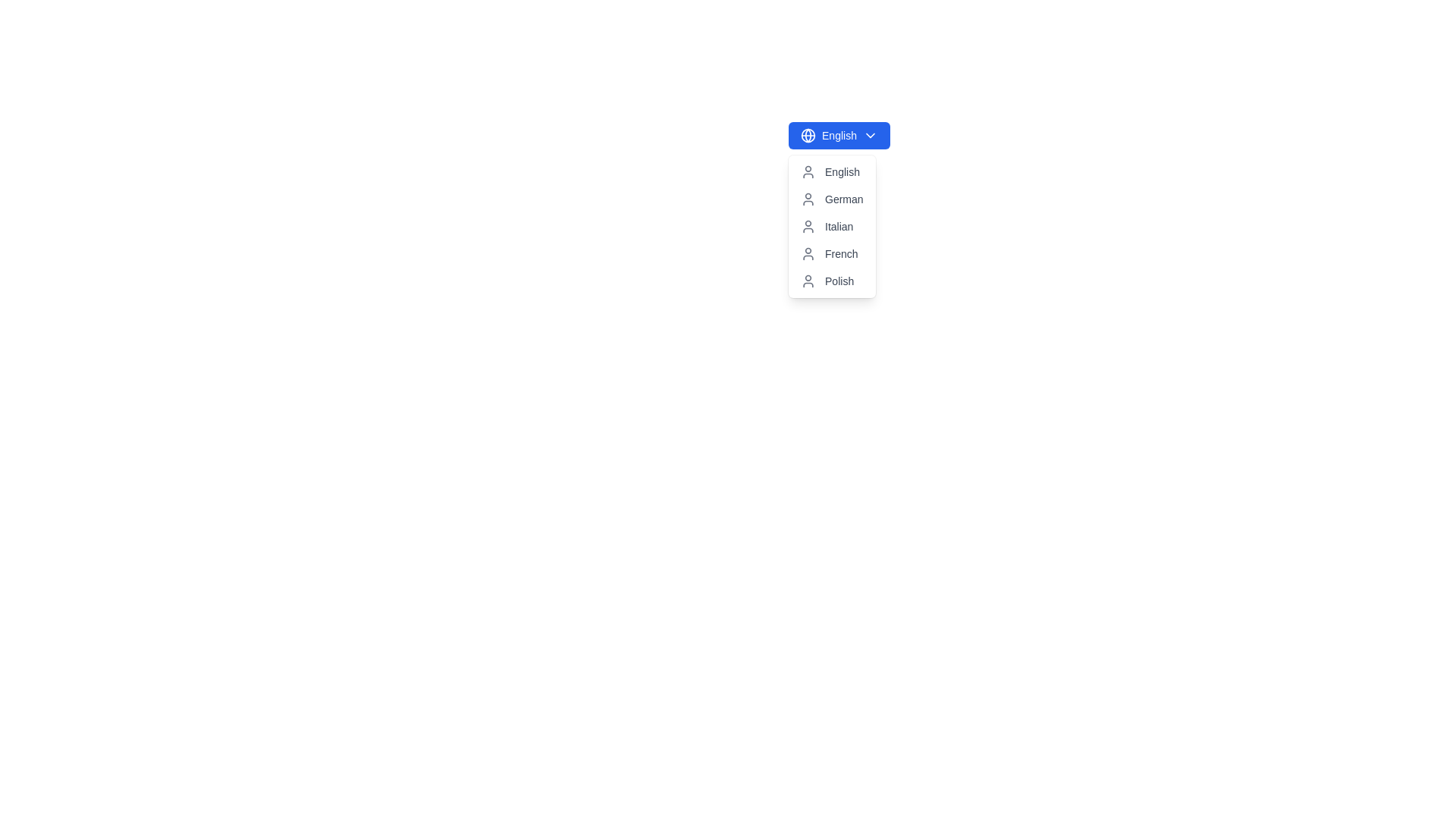 The height and width of the screenshot is (819, 1456). I want to click on the third item in the dropdown menu, which is labeled 'Italian' and located directly below the 'German' item and above the 'French' item, so click(831, 227).